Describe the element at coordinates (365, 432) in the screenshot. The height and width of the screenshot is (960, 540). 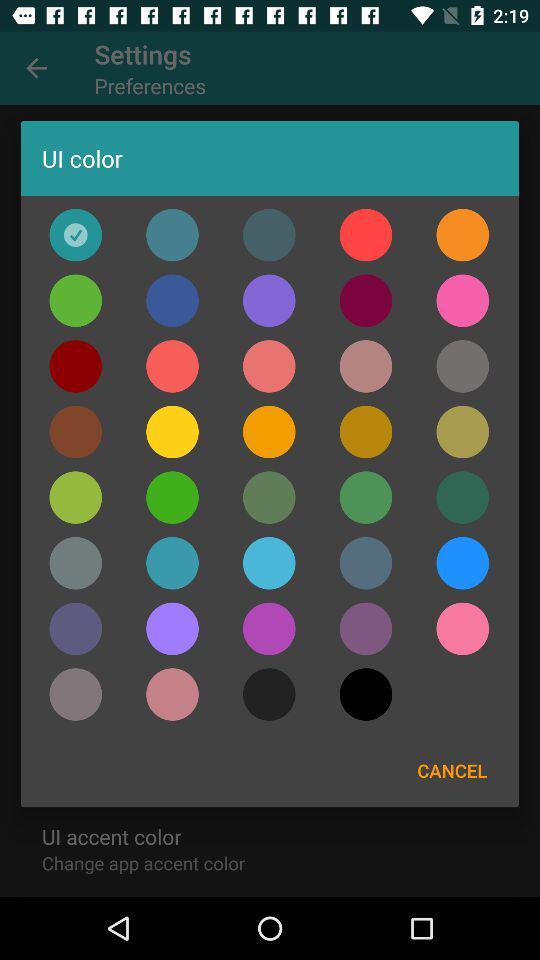
I see `ui color` at that location.